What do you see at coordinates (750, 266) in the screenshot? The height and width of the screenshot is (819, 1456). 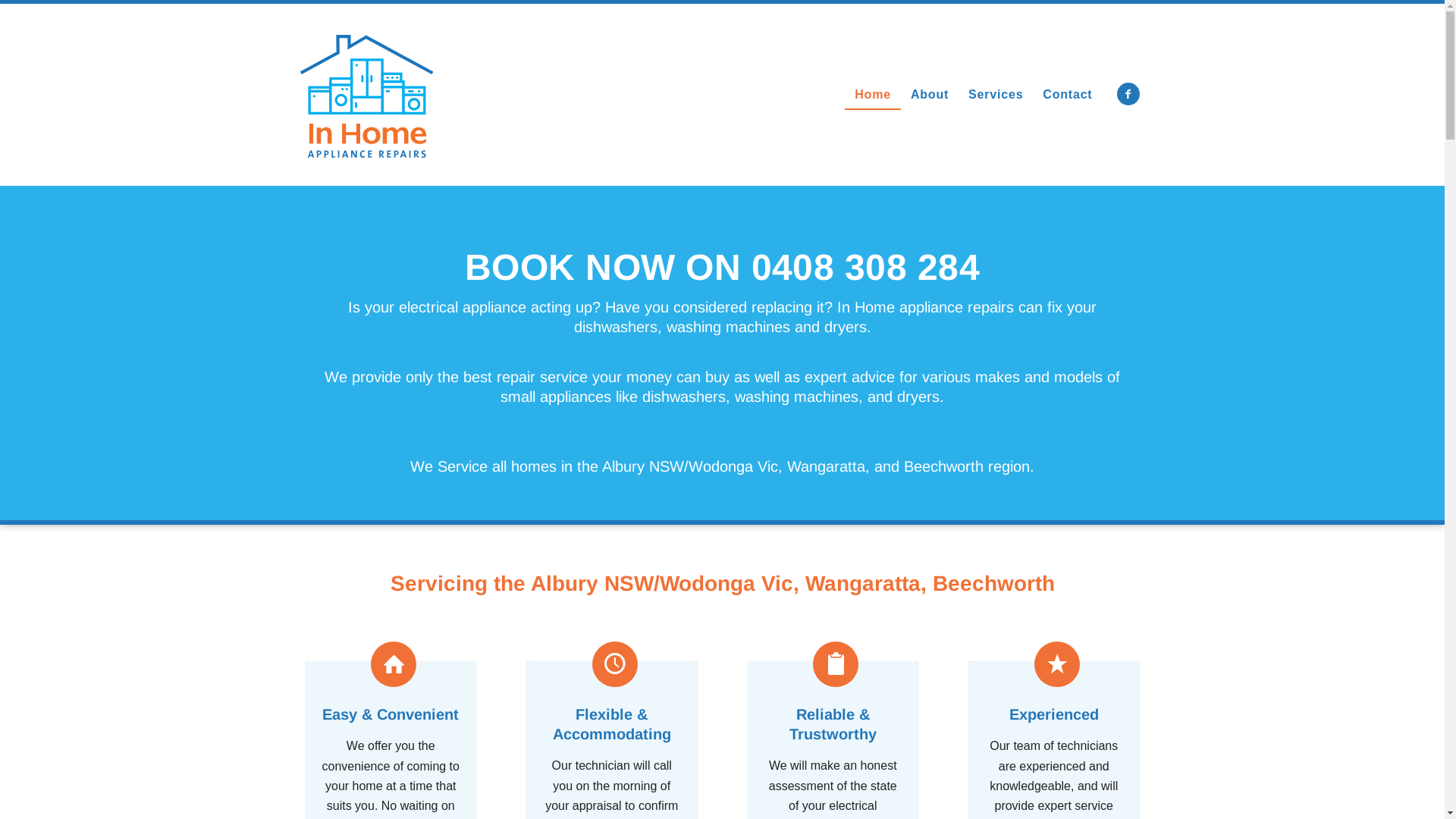 I see `'0408 308 284'` at bounding box center [750, 266].